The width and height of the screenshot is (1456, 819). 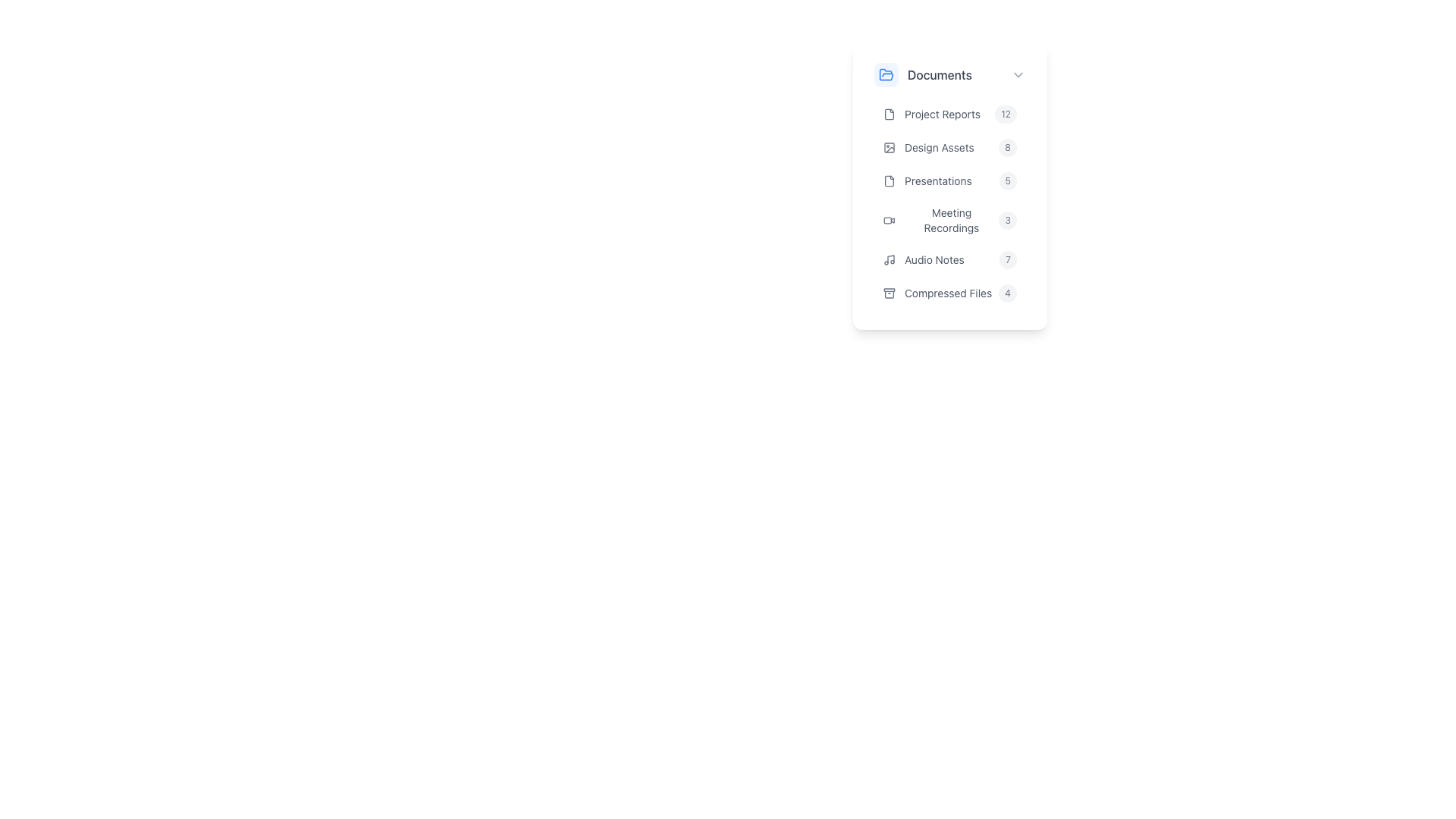 I want to click on the first list item in the vertical list, which features a document icon, the text 'Project Reports', and a badge showing the number '12', so click(x=949, y=113).